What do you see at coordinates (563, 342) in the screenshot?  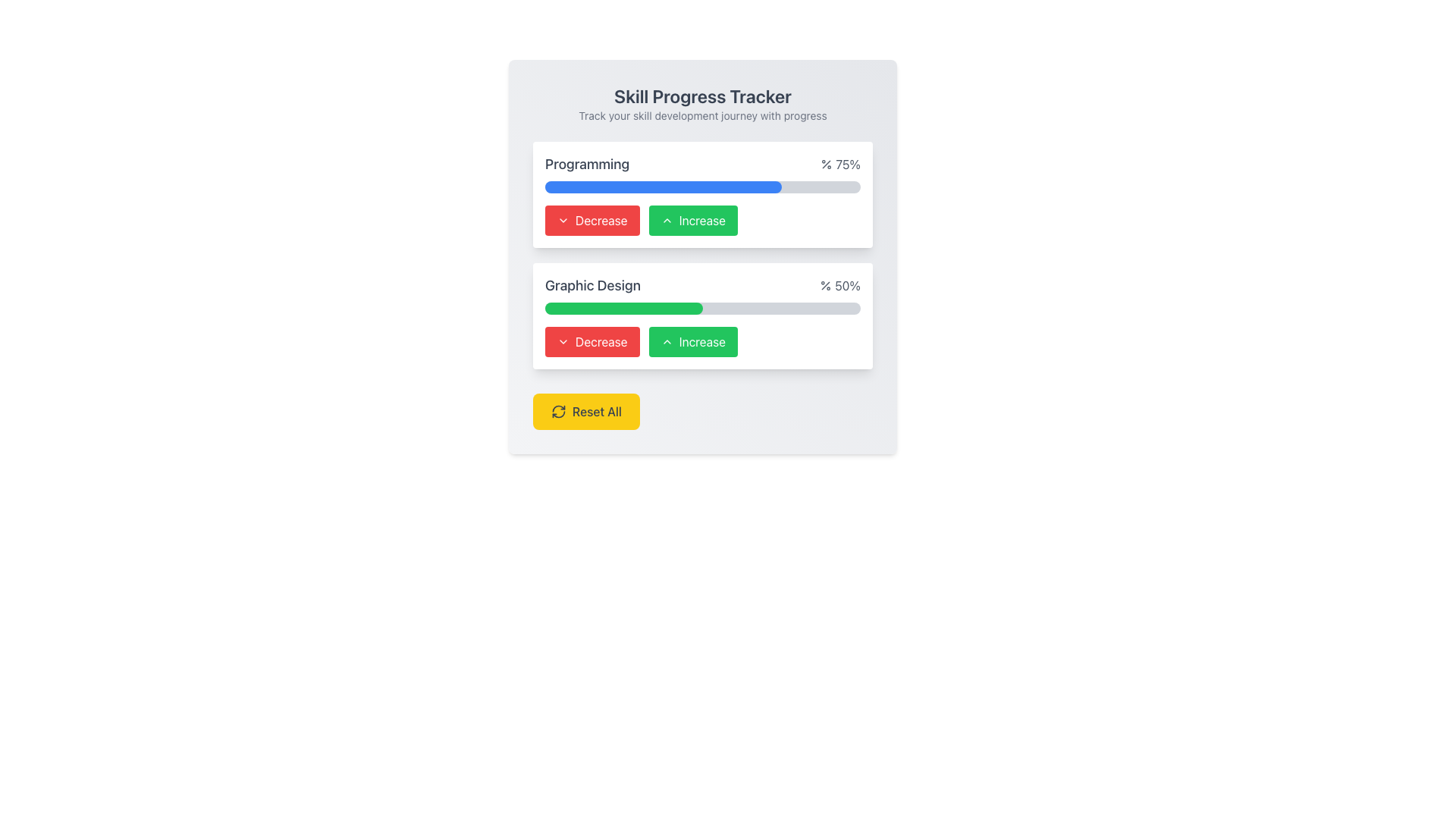 I see `the chevron-down icon located on the left side of the 'Decrease' button to decrease the progress` at bounding box center [563, 342].